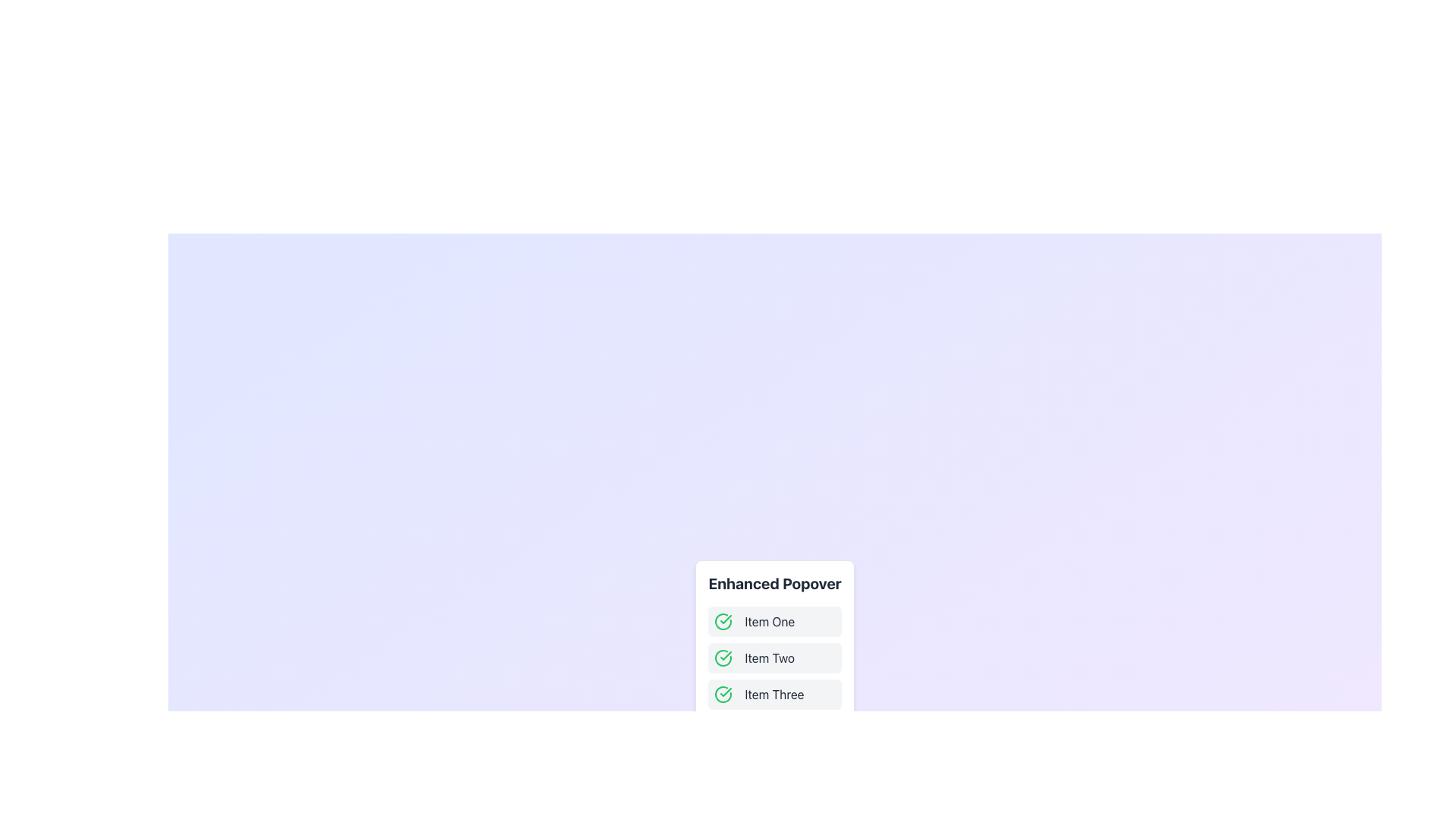 The image size is (1456, 819). What do you see at coordinates (775, 660) in the screenshot?
I see `the information of the labeled list item 'Item Two' with a green checkmark icon, located within the 'Enhanced Popover' interface` at bounding box center [775, 660].